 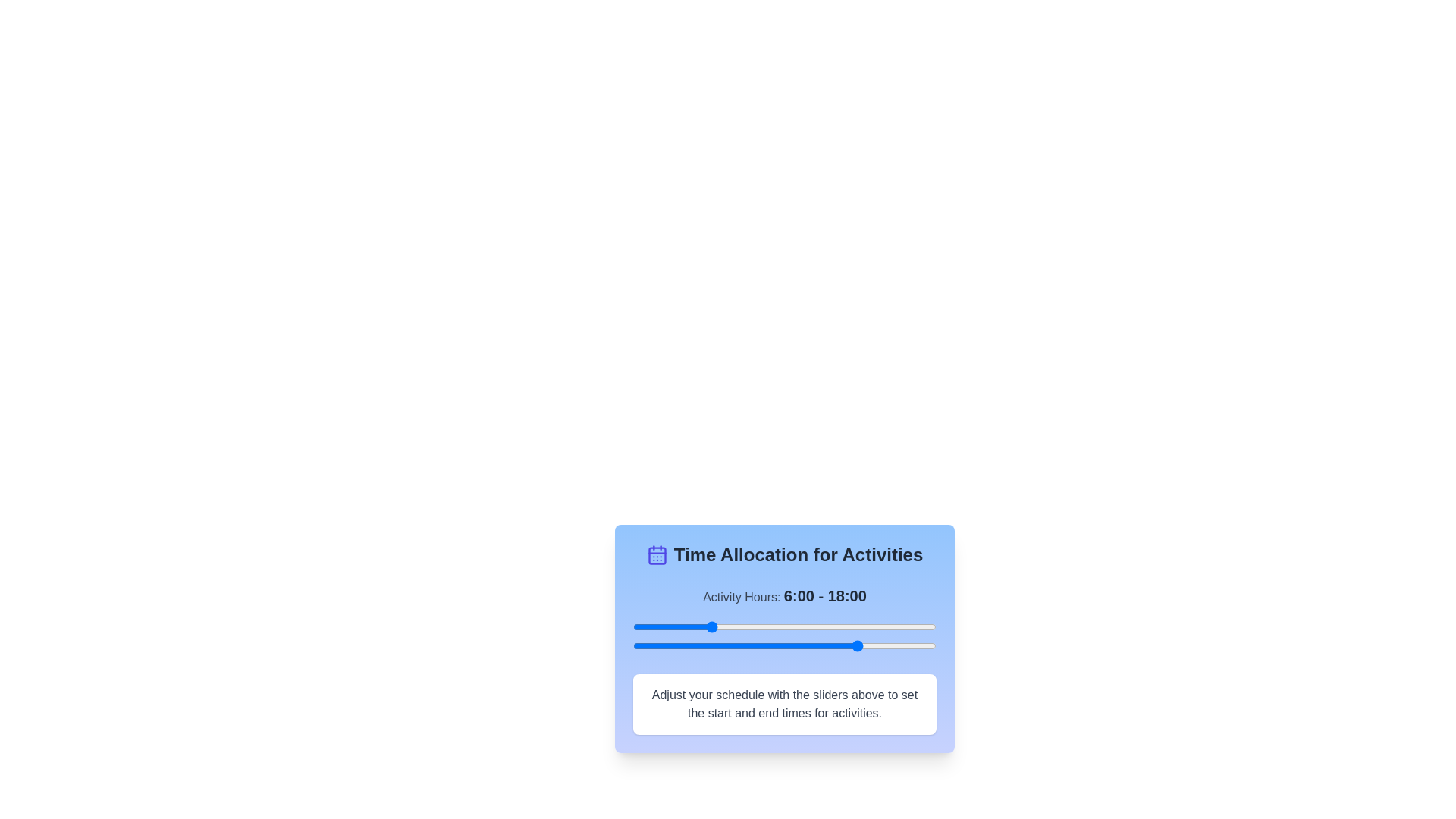 What do you see at coordinates (759, 626) in the screenshot?
I see `the start time to 10 hours using the left slider` at bounding box center [759, 626].